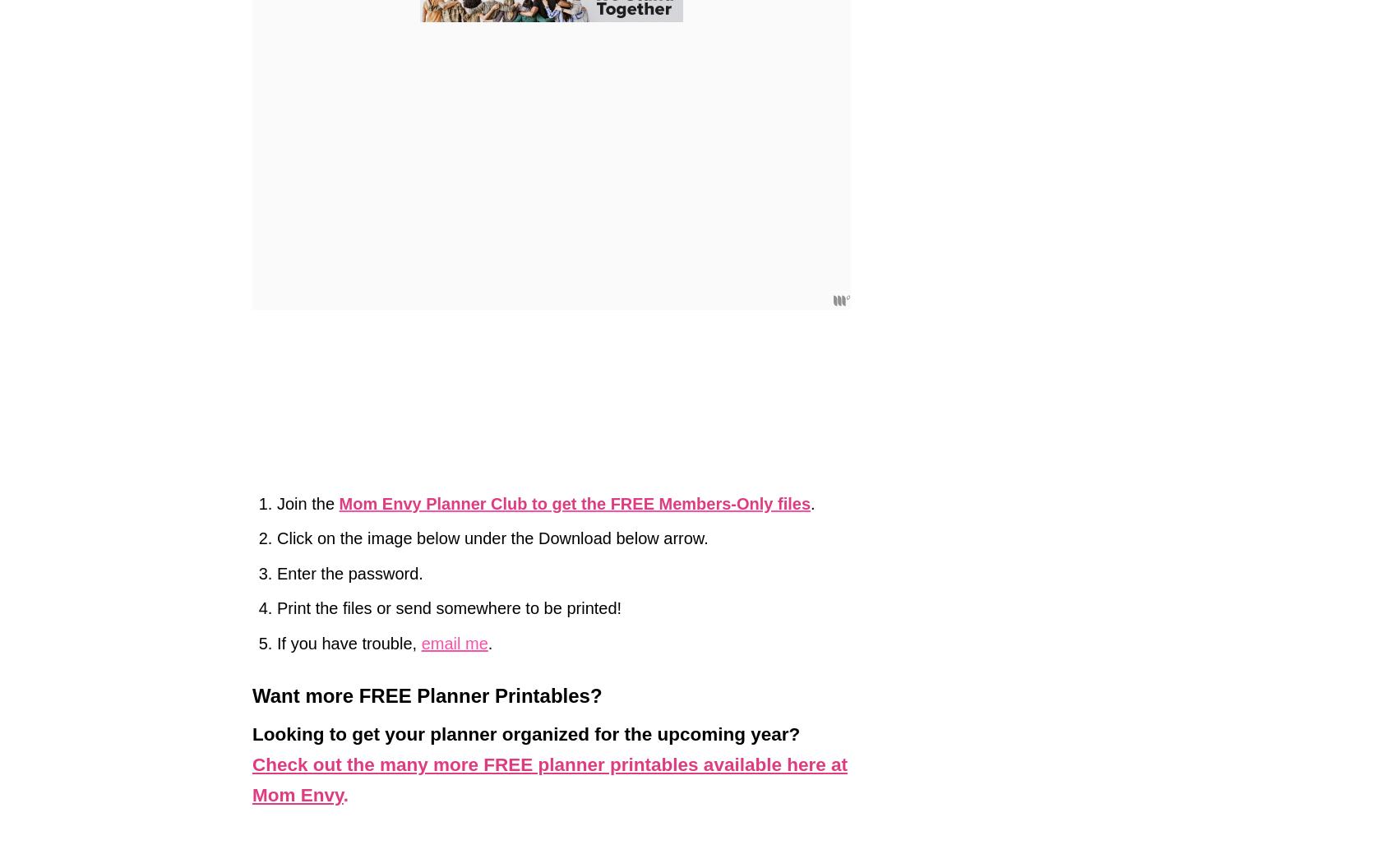 The height and width of the screenshot is (868, 1391). Describe the element at coordinates (251, 695) in the screenshot. I see `'Want more FREE Planner Printables?'` at that location.